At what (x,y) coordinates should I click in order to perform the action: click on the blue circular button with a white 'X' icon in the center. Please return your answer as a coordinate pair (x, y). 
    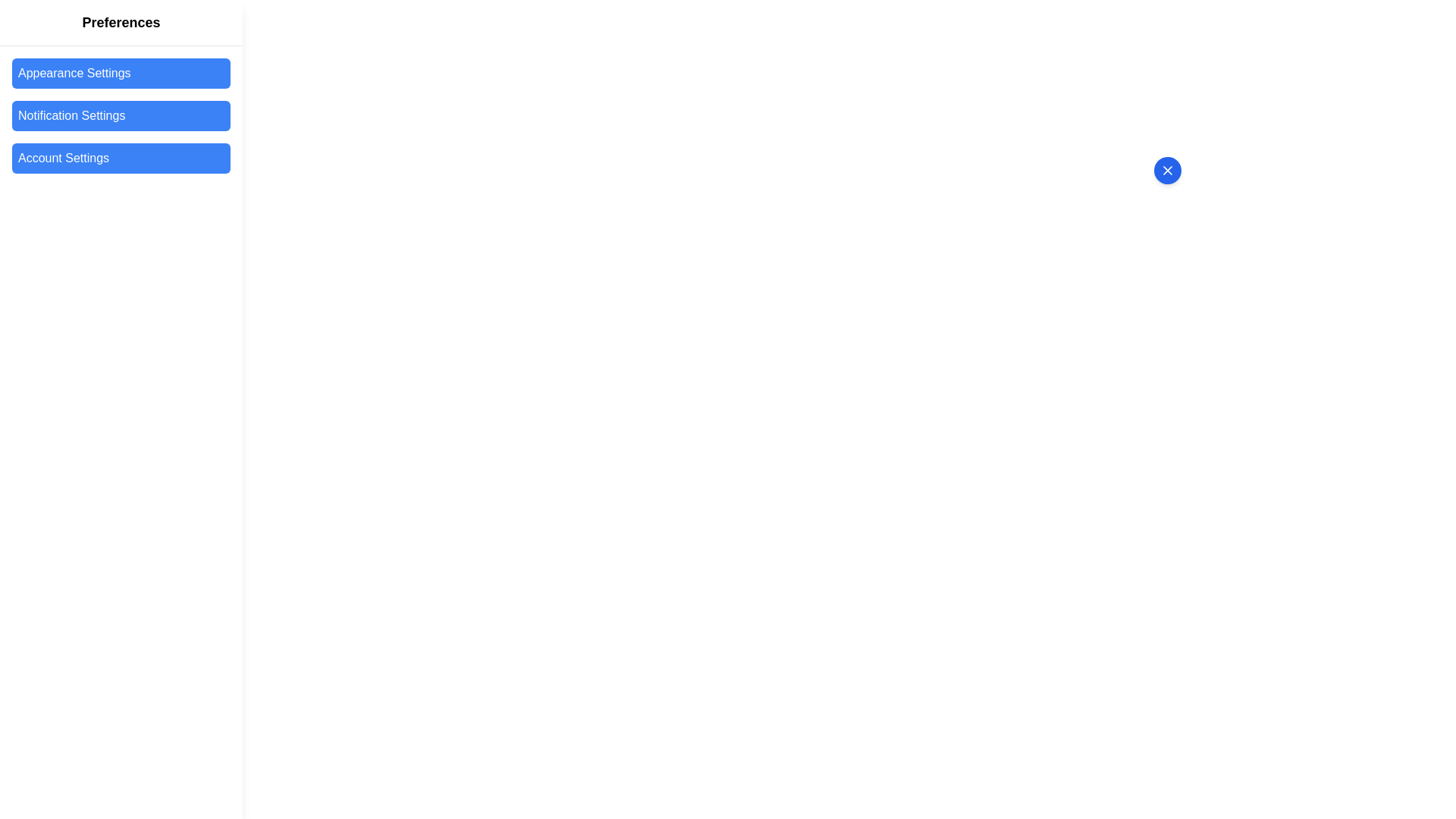
    Looking at the image, I should click on (1167, 170).